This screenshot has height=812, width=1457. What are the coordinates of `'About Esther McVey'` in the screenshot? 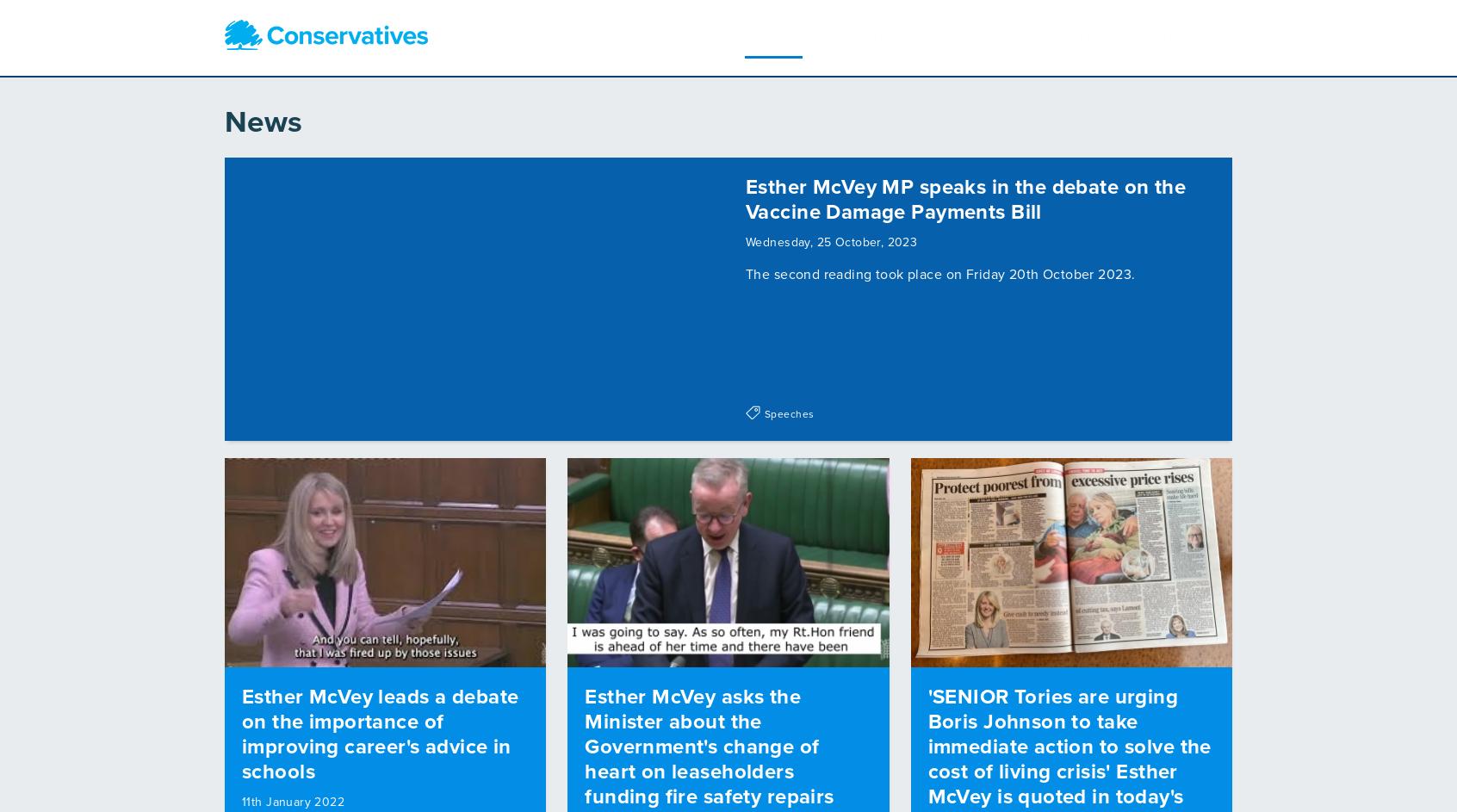 It's located at (731, 34).